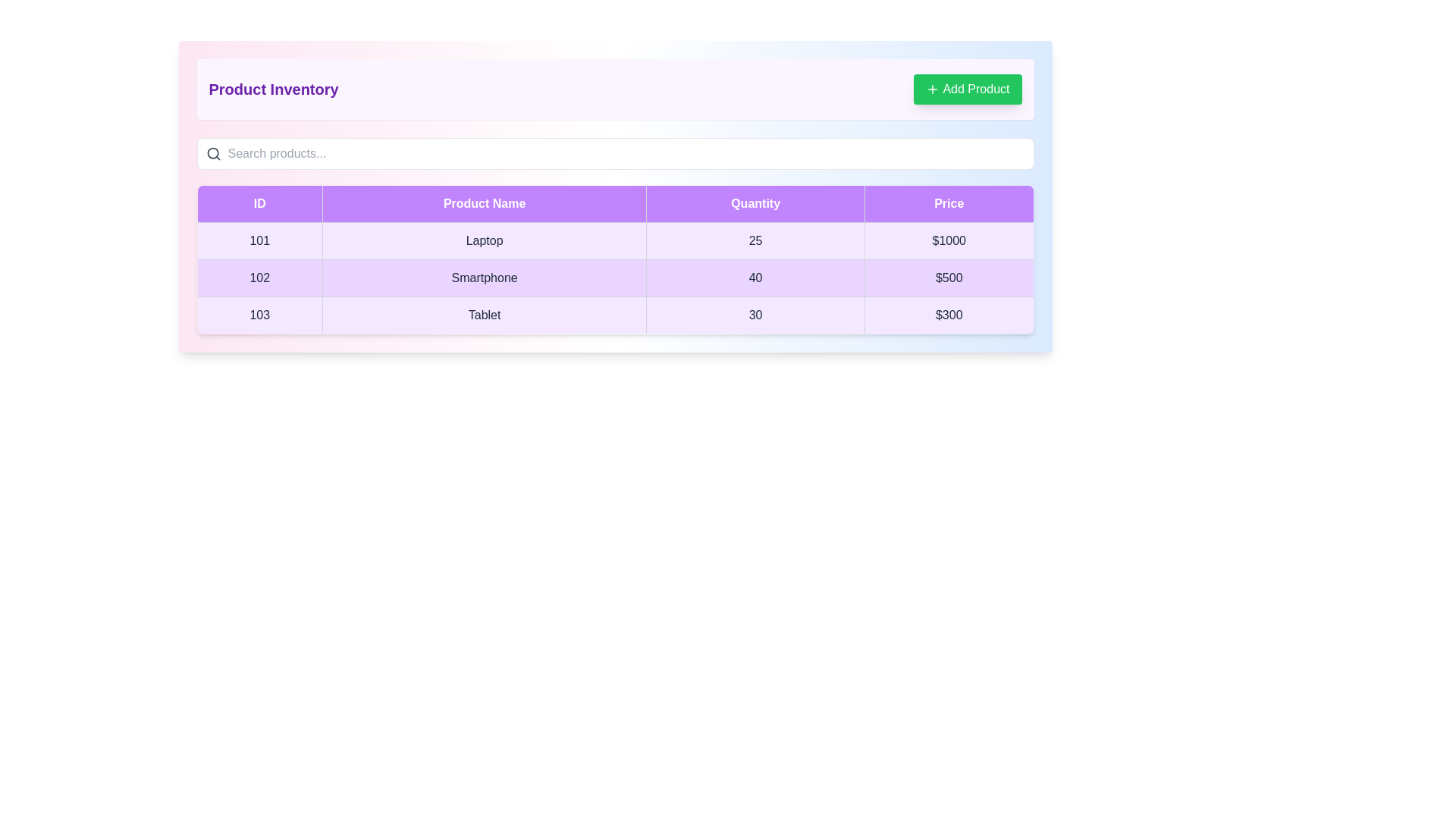 Image resolution: width=1456 pixels, height=819 pixels. What do you see at coordinates (259, 278) in the screenshot?
I see `the static text field displaying '102' in the second row under the 'ID' column, which is styled in dark gray on a light purple background` at bounding box center [259, 278].